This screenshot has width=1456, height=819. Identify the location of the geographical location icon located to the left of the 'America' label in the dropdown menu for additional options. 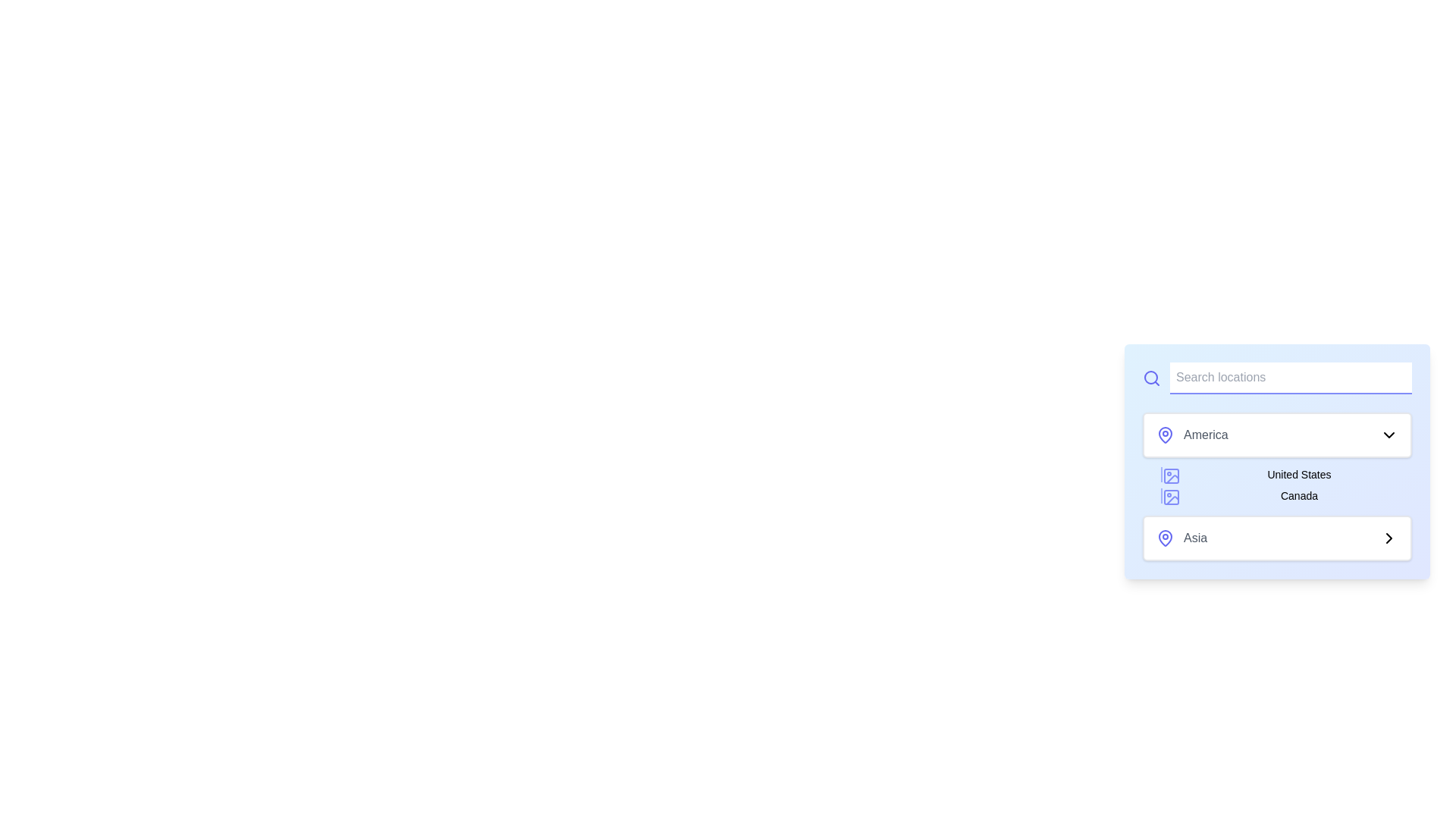
(1164, 435).